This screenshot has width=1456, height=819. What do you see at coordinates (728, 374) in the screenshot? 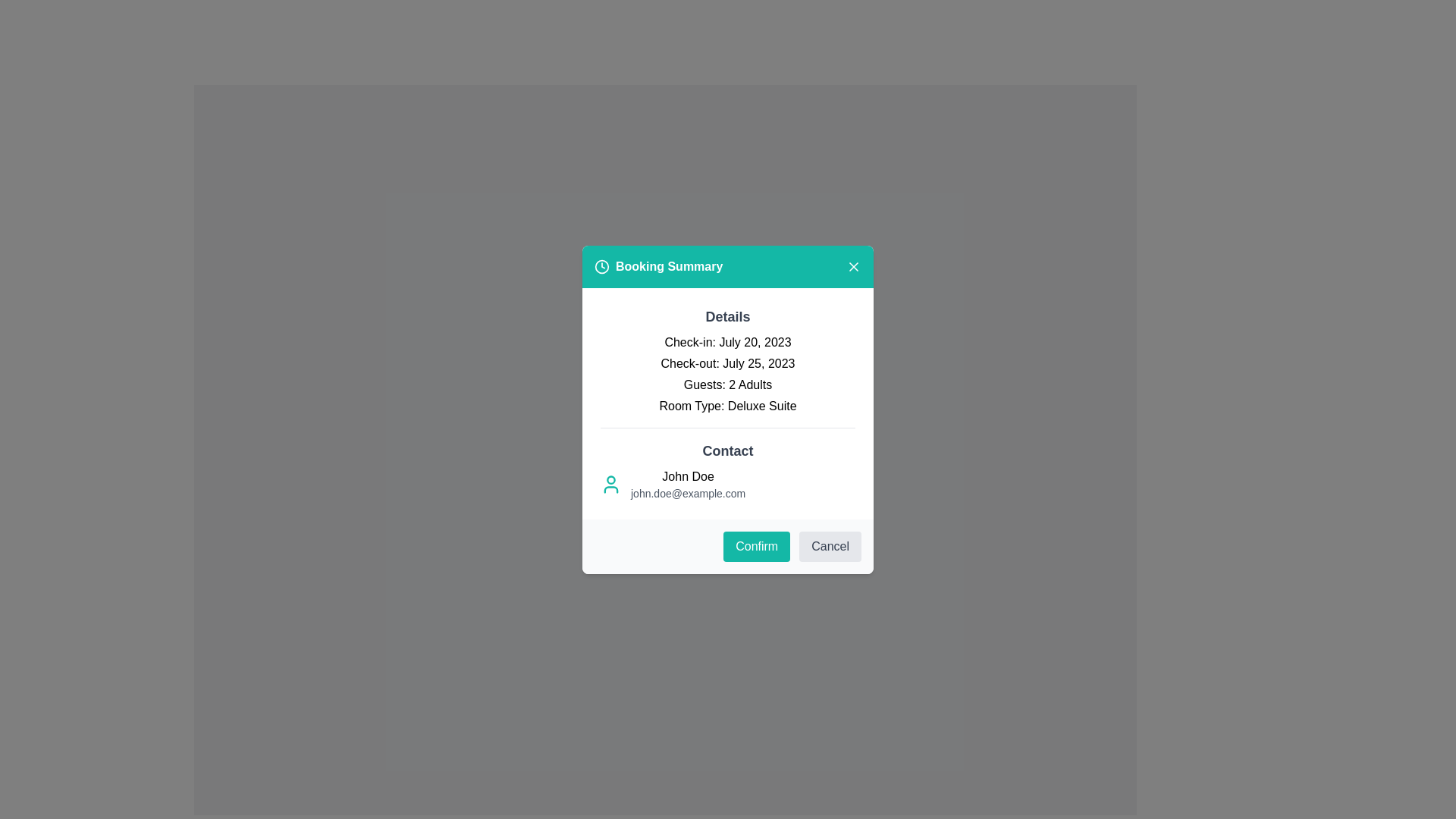
I see `the Informational Text Block displaying booking details including check-in and check-out dates, guest count, and room type, located beneath the 'Details' header` at bounding box center [728, 374].